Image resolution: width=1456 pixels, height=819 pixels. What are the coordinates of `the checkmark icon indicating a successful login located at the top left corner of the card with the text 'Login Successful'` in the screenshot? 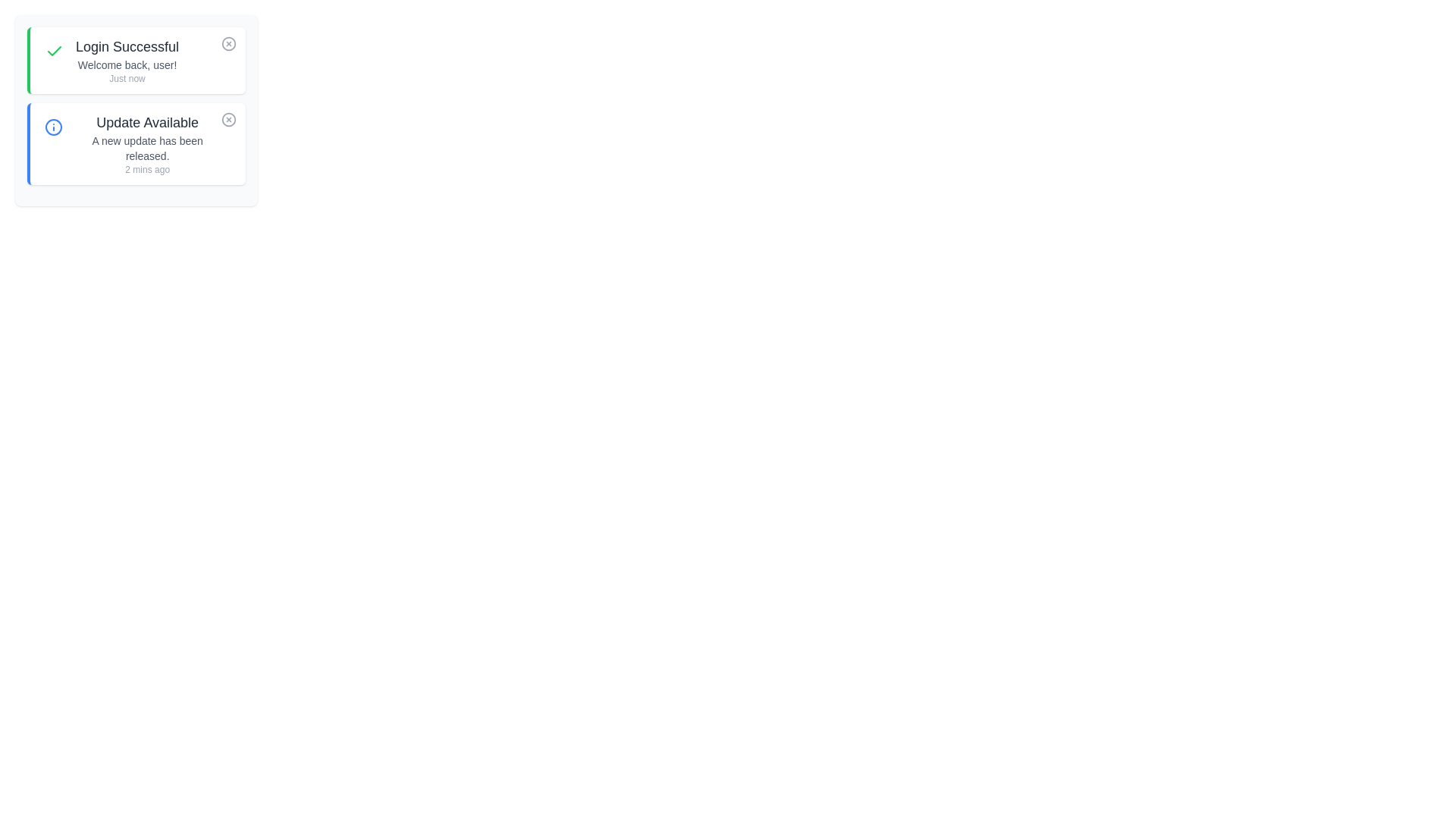 It's located at (55, 51).